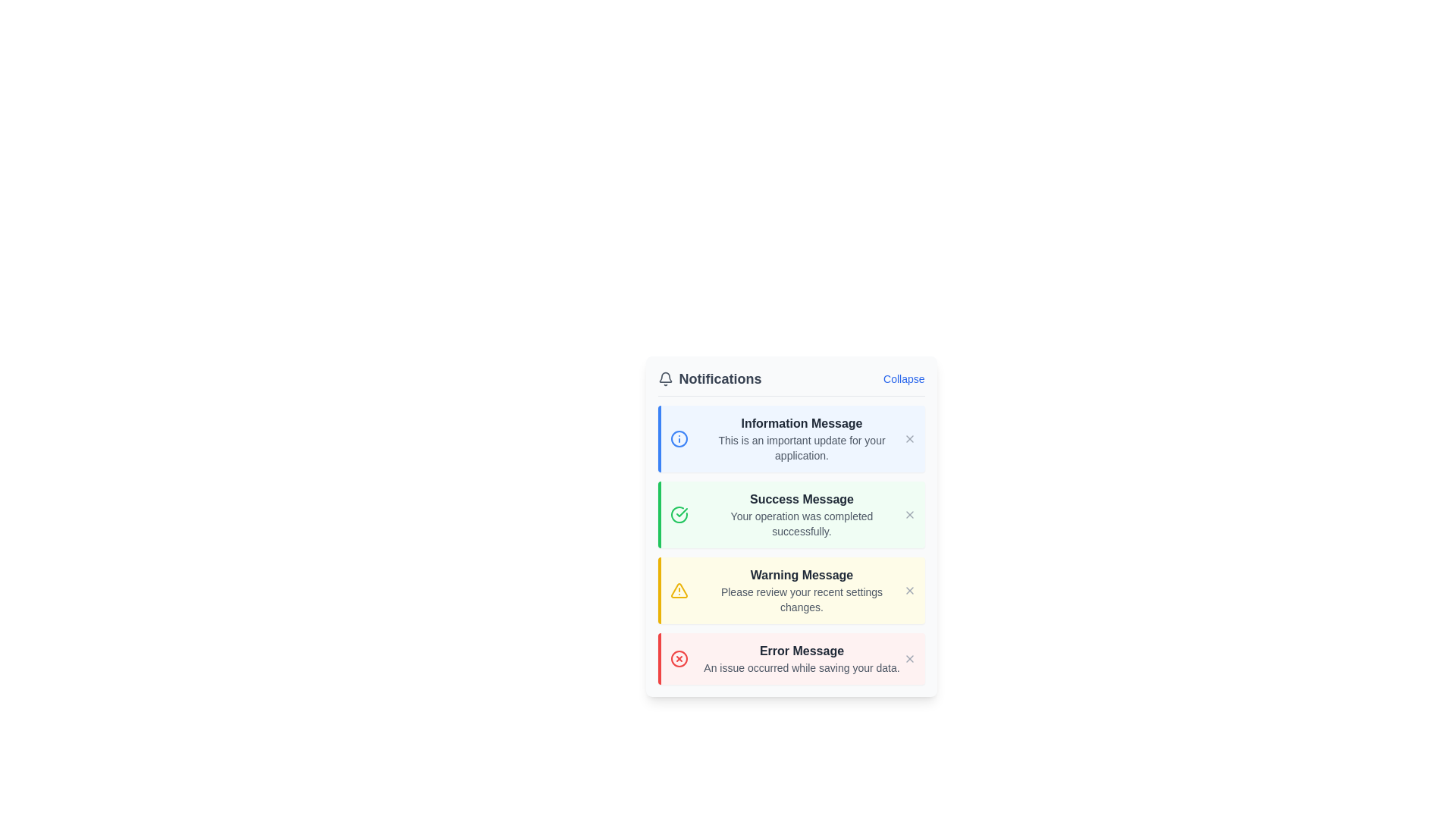  What do you see at coordinates (665, 376) in the screenshot?
I see `the bell-shaped icon located in the notifications header bar towards the left for visual feedback` at bounding box center [665, 376].